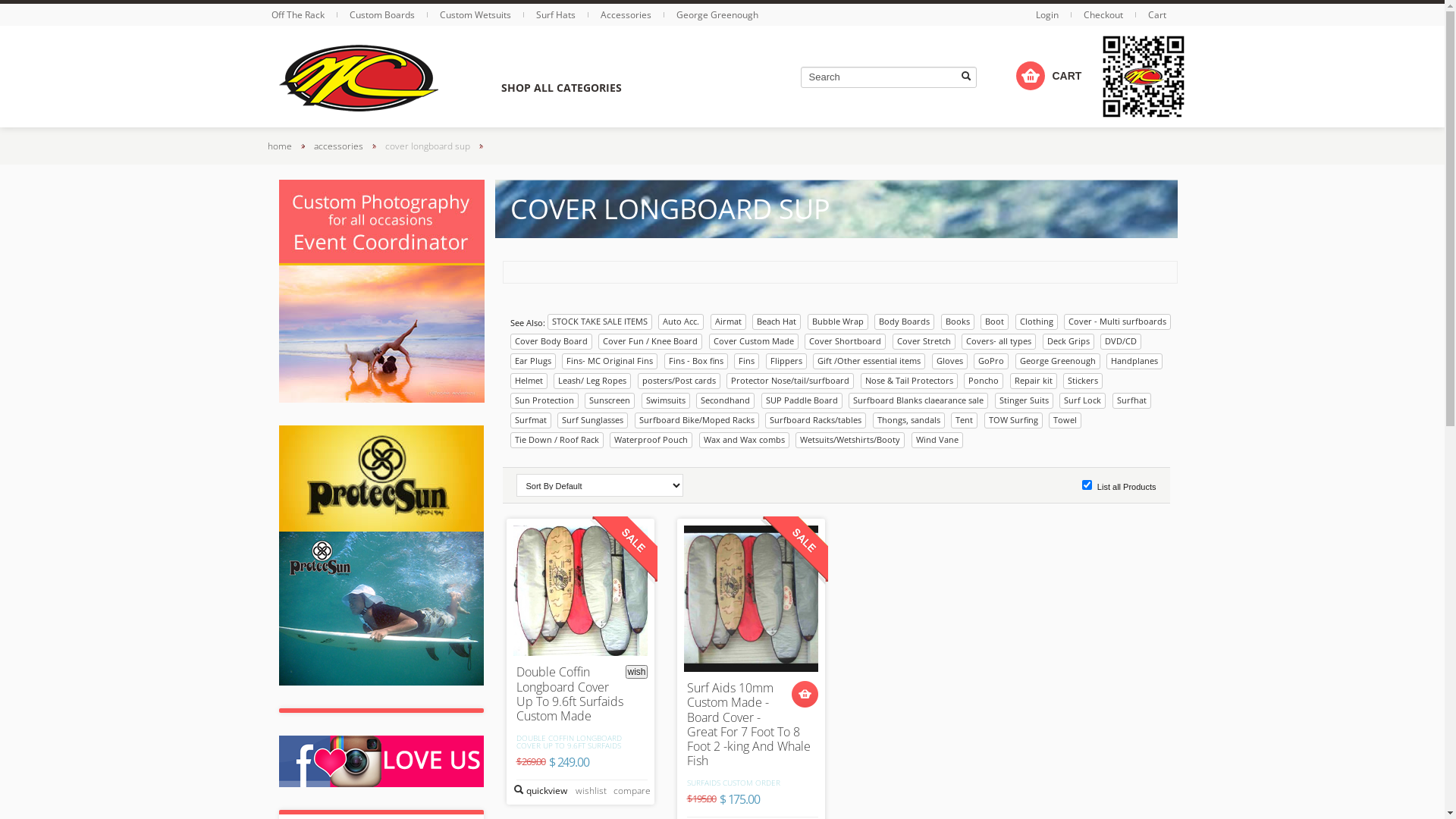 Image resolution: width=1456 pixels, height=819 pixels. I want to click on 'STOCK TAKE SALE ITEMS', so click(546, 321).